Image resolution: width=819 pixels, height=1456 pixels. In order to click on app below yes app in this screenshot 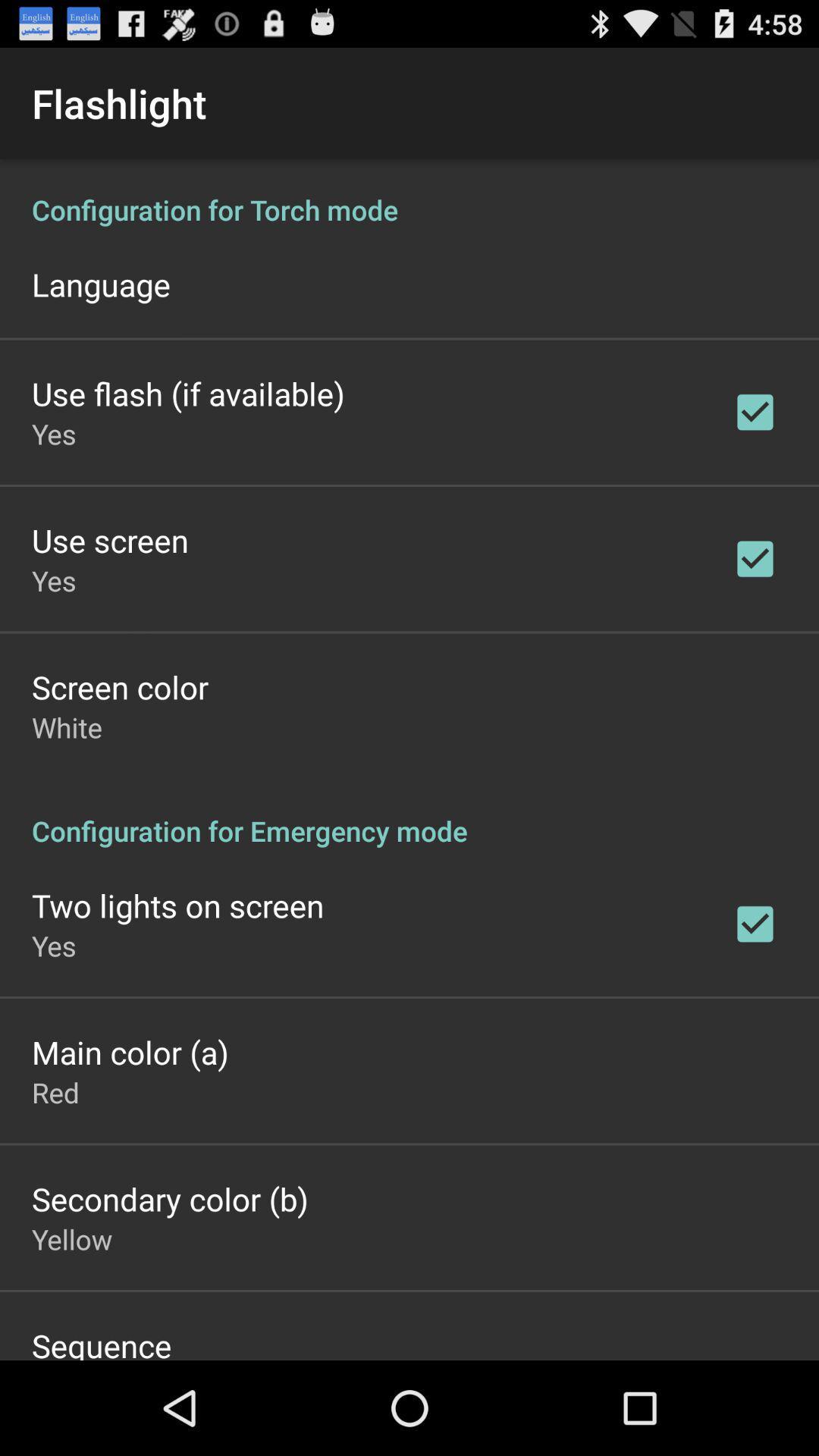, I will do `click(129, 1051)`.